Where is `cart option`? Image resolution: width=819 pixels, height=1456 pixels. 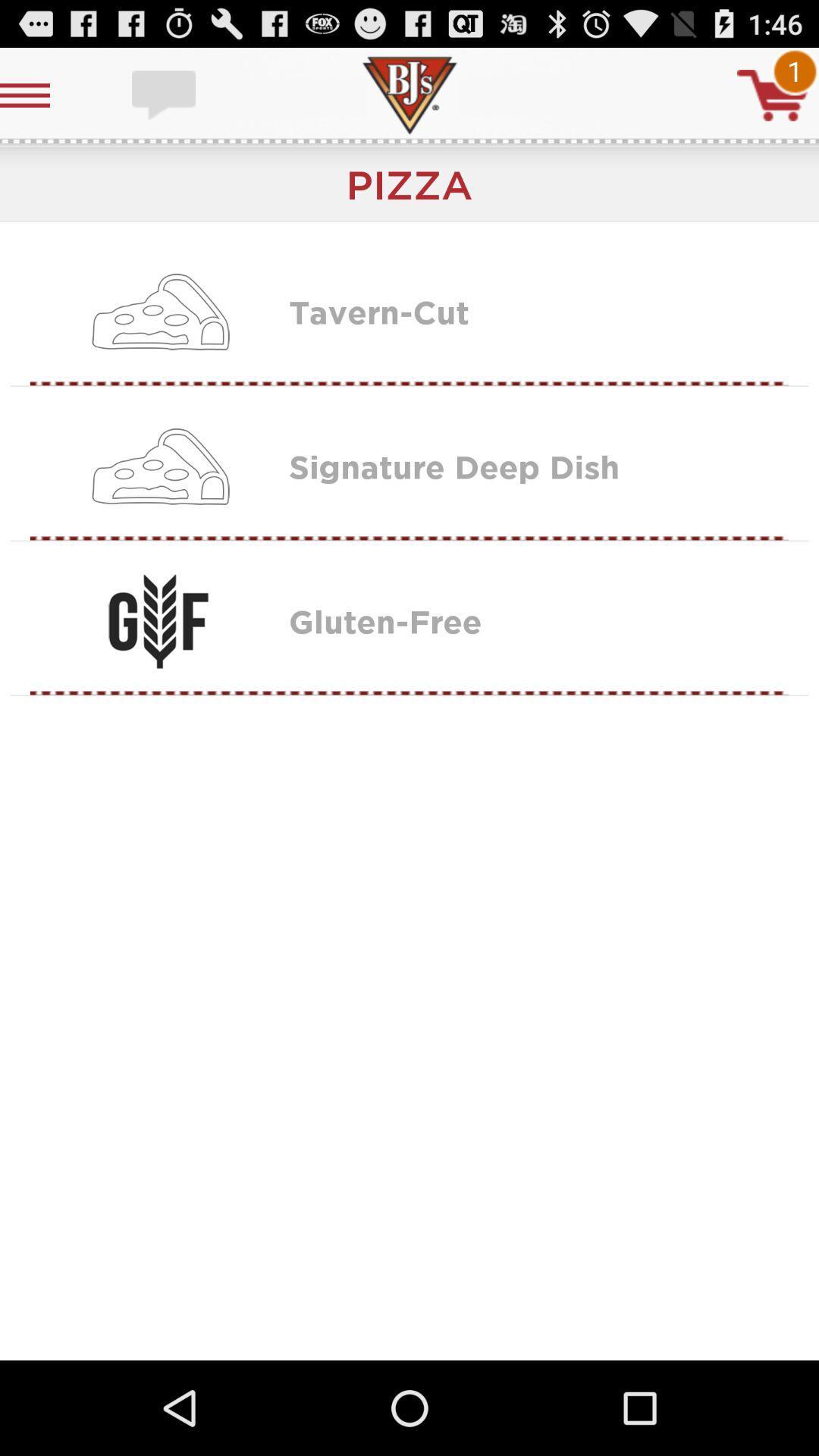 cart option is located at coordinates (773, 94).